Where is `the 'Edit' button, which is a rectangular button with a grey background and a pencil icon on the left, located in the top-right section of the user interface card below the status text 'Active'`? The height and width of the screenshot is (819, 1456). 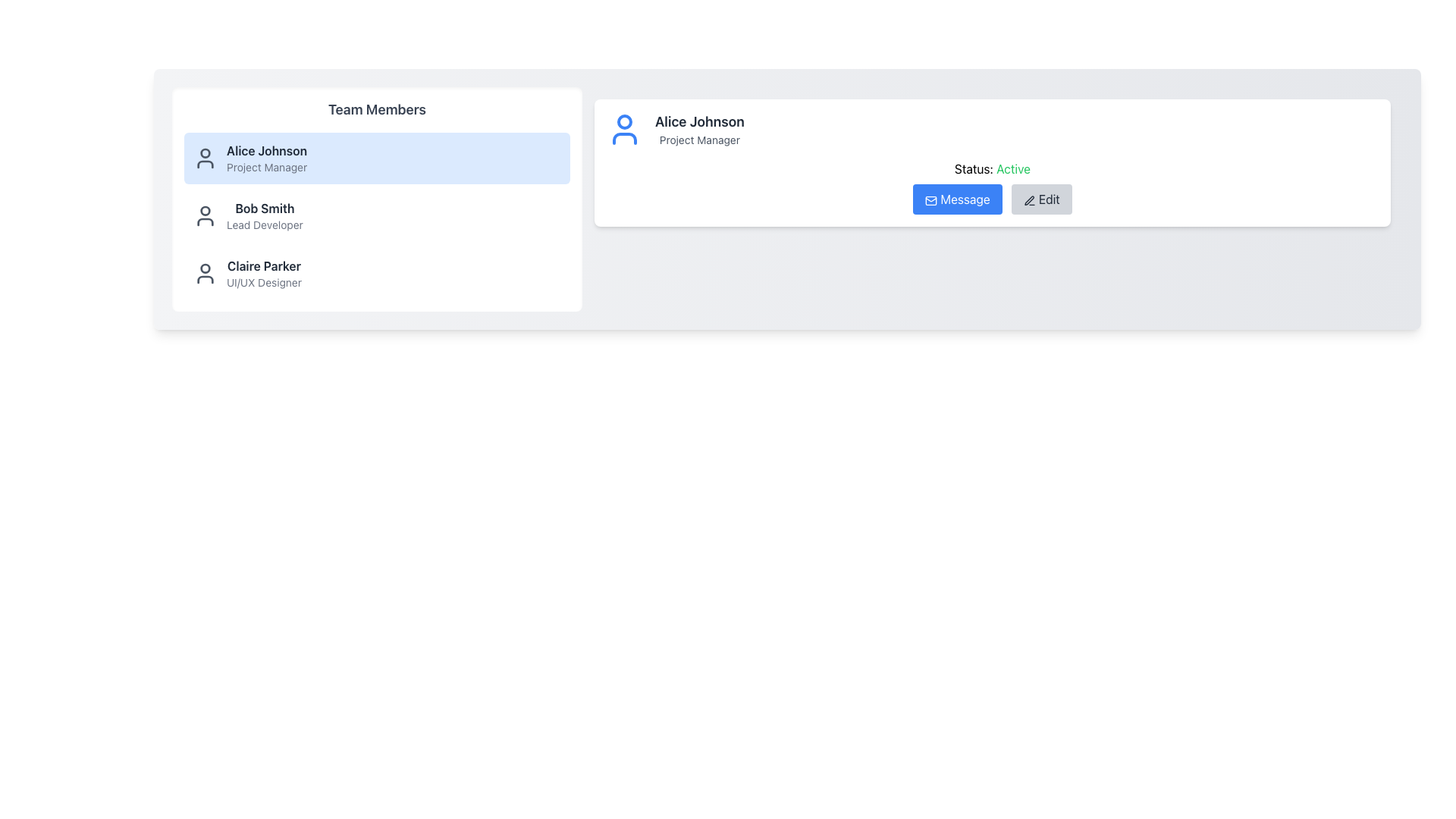 the 'Edit' button, which is a rectangular button with a grey background and a pencil icon on the left, located in the top-right section of the user interface card below the status text 'Active' is located at coordinates (1040, 198).